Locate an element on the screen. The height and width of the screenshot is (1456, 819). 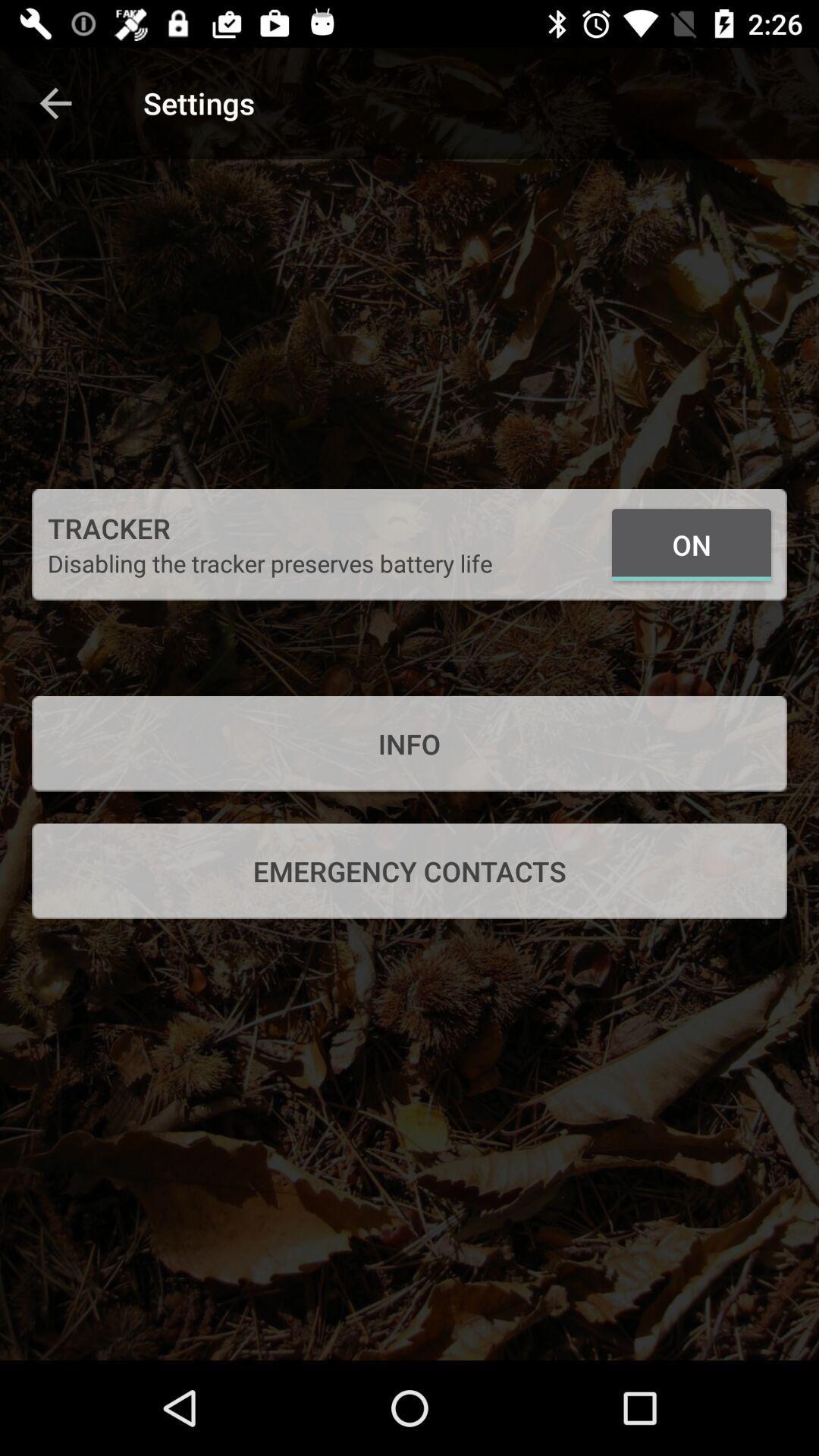
the item to the left of settings is located at coordinates (55, 102).